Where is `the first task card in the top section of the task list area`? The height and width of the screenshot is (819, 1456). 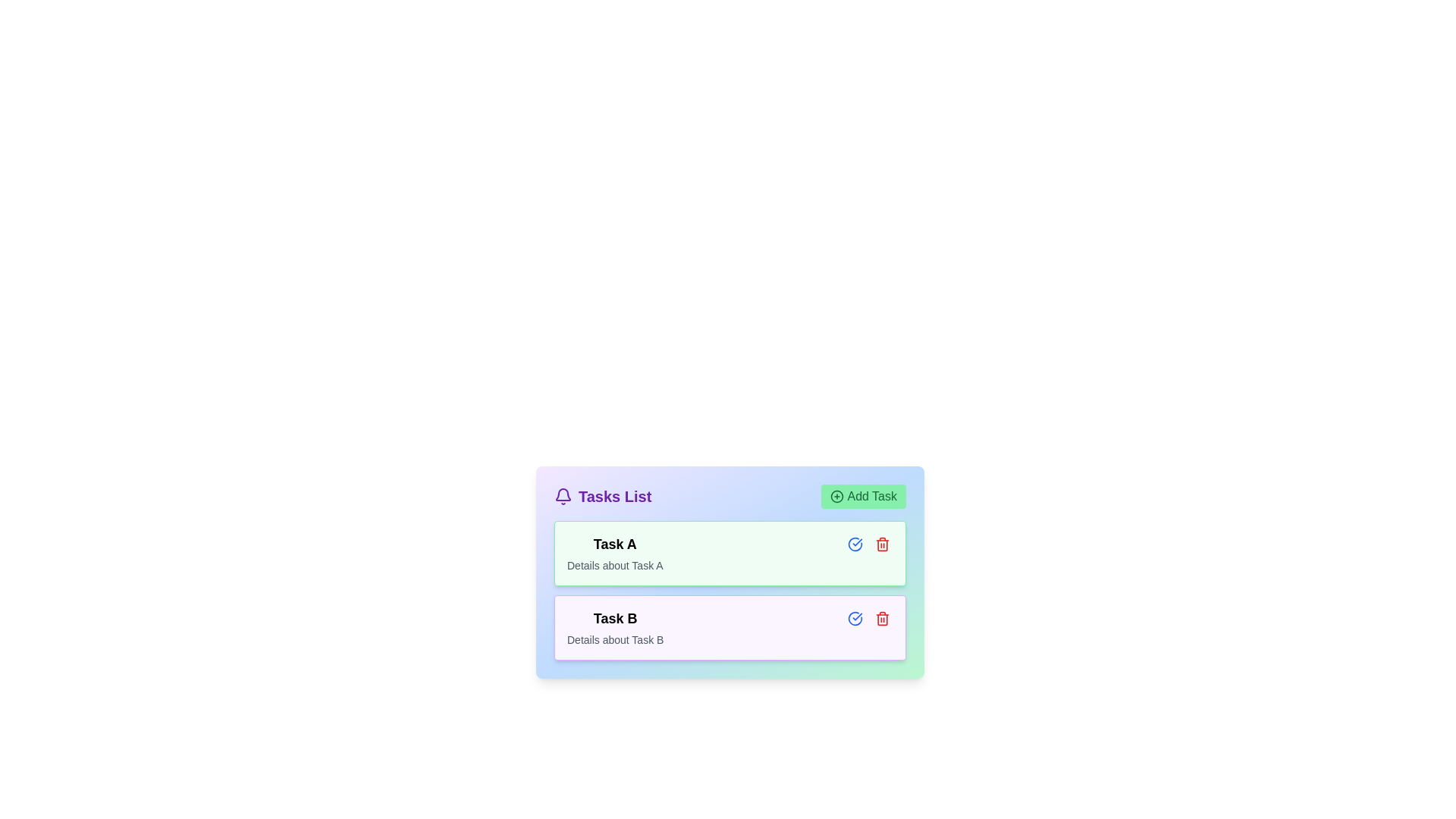
the first task card in the top section of the task list area is located at coordinates (615, 553).